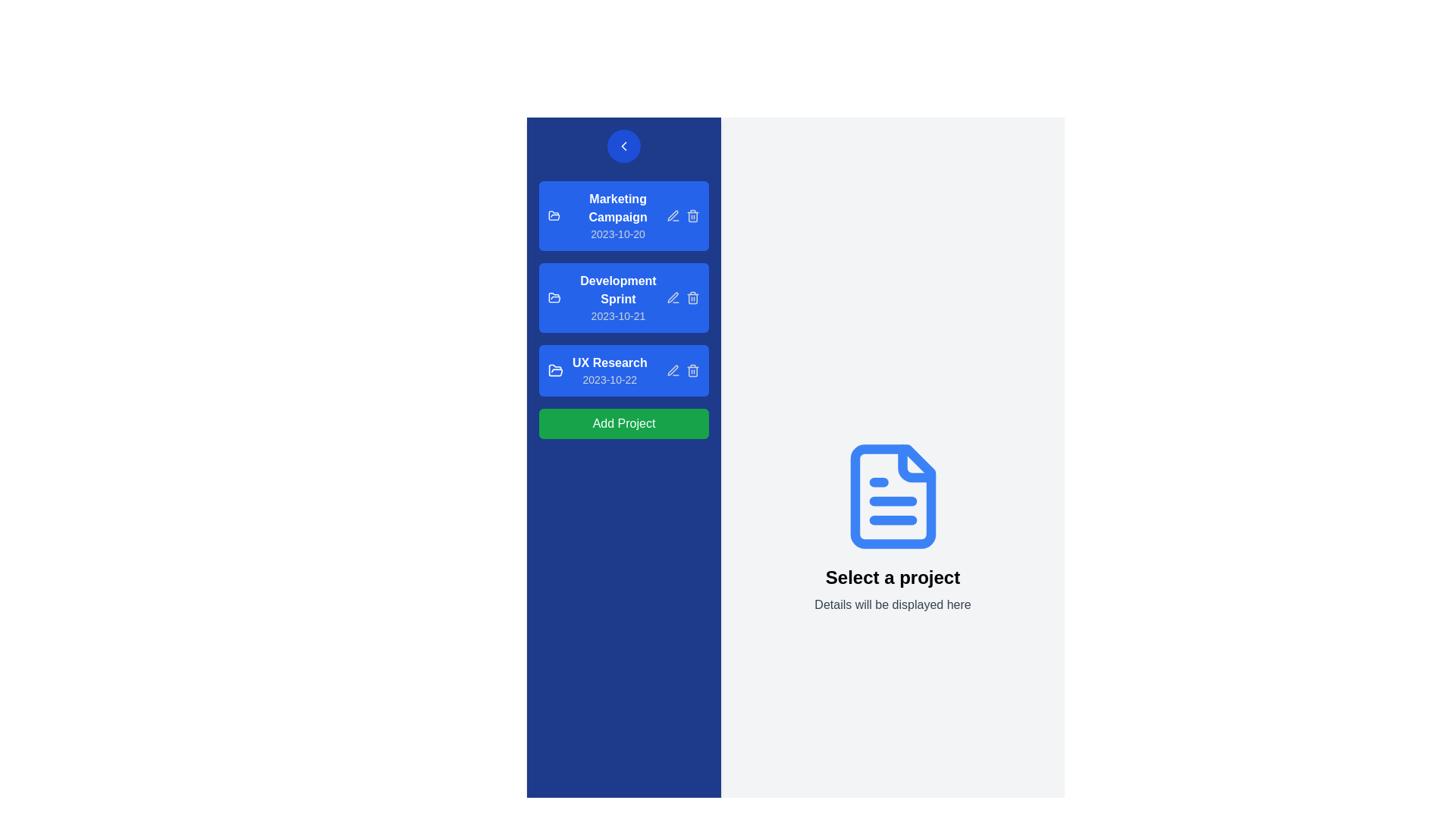  I want to click on the pen-like edit icon, so click(673, 298).